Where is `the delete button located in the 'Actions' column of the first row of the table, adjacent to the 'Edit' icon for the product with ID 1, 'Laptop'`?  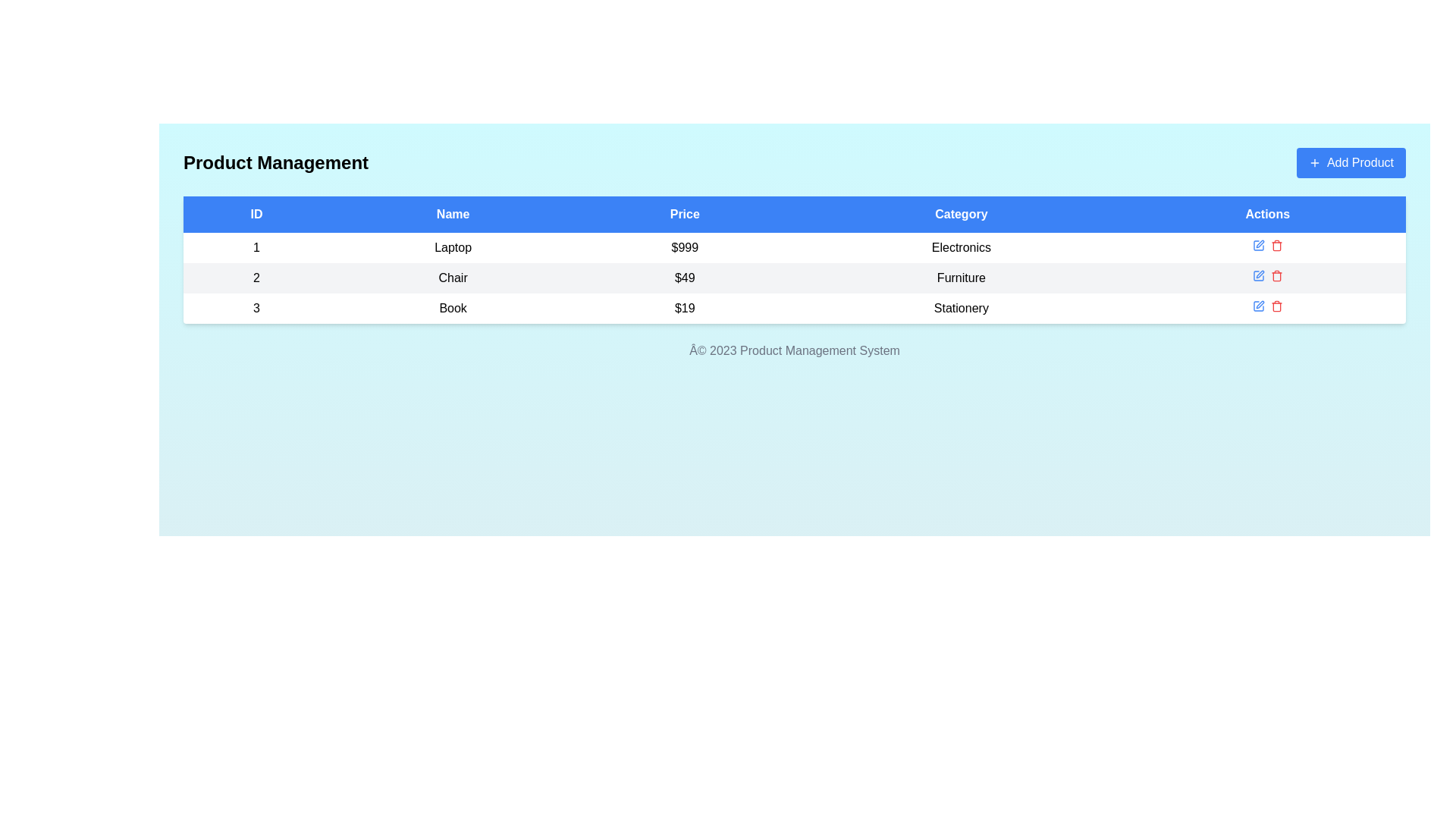 the delete button located in the 'Actions' column of the first row of the table, adjacent to the 'Edit' icon for the product with ID 1, 'Laptop' is located at coordinates (1276, 245).